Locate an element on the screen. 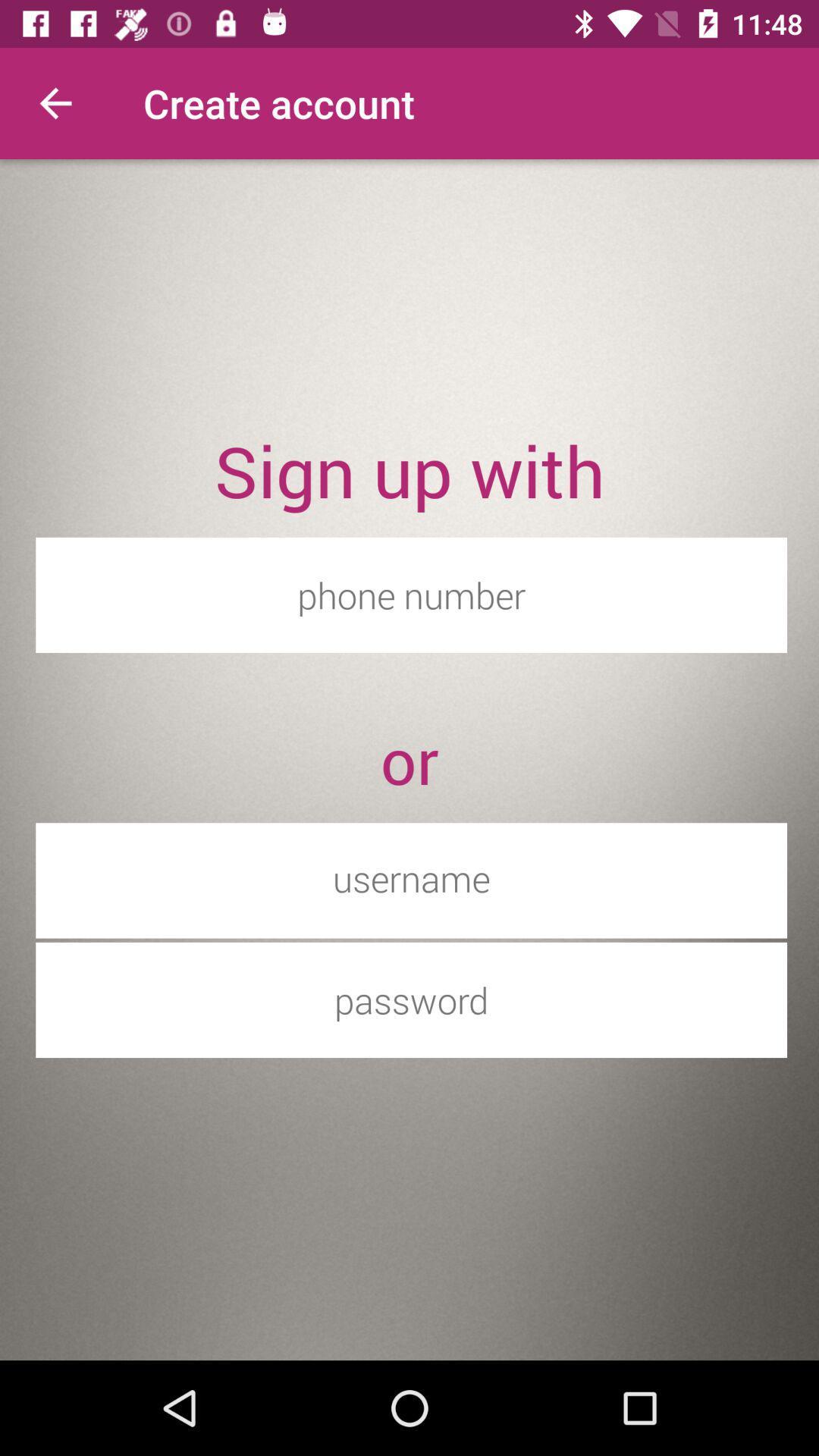 The height and width of the screenshot is (1456, 819). sign in with username is located at coordinates (411, 878).